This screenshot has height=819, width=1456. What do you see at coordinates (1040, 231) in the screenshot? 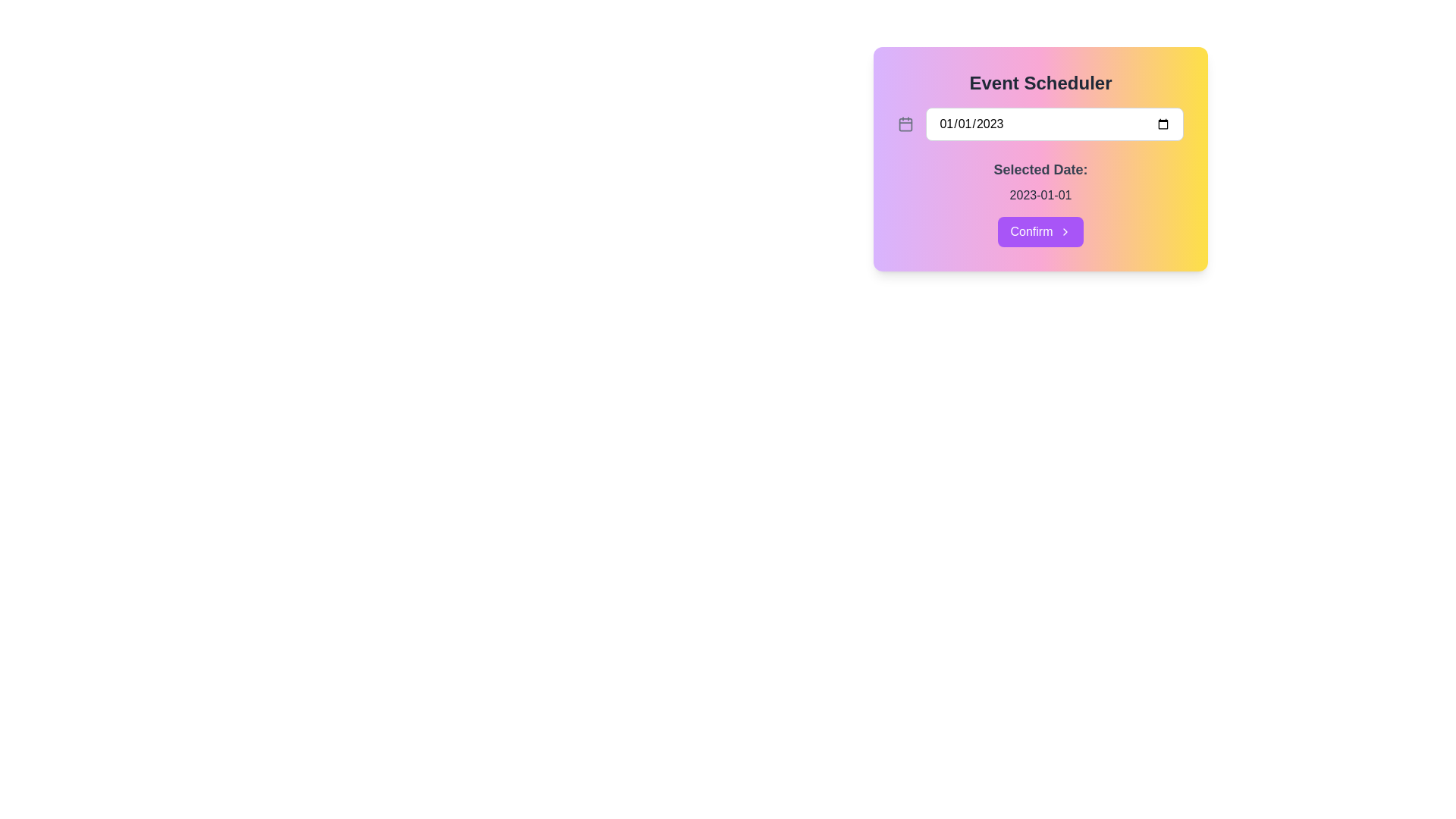
I see `the confirmation button located at the center of the colorful card labeled 'Event Scheduler', positioned below the text 'Selected Date: 2023-01-01', to confirm the selection` at bounding box center [1040, 231].